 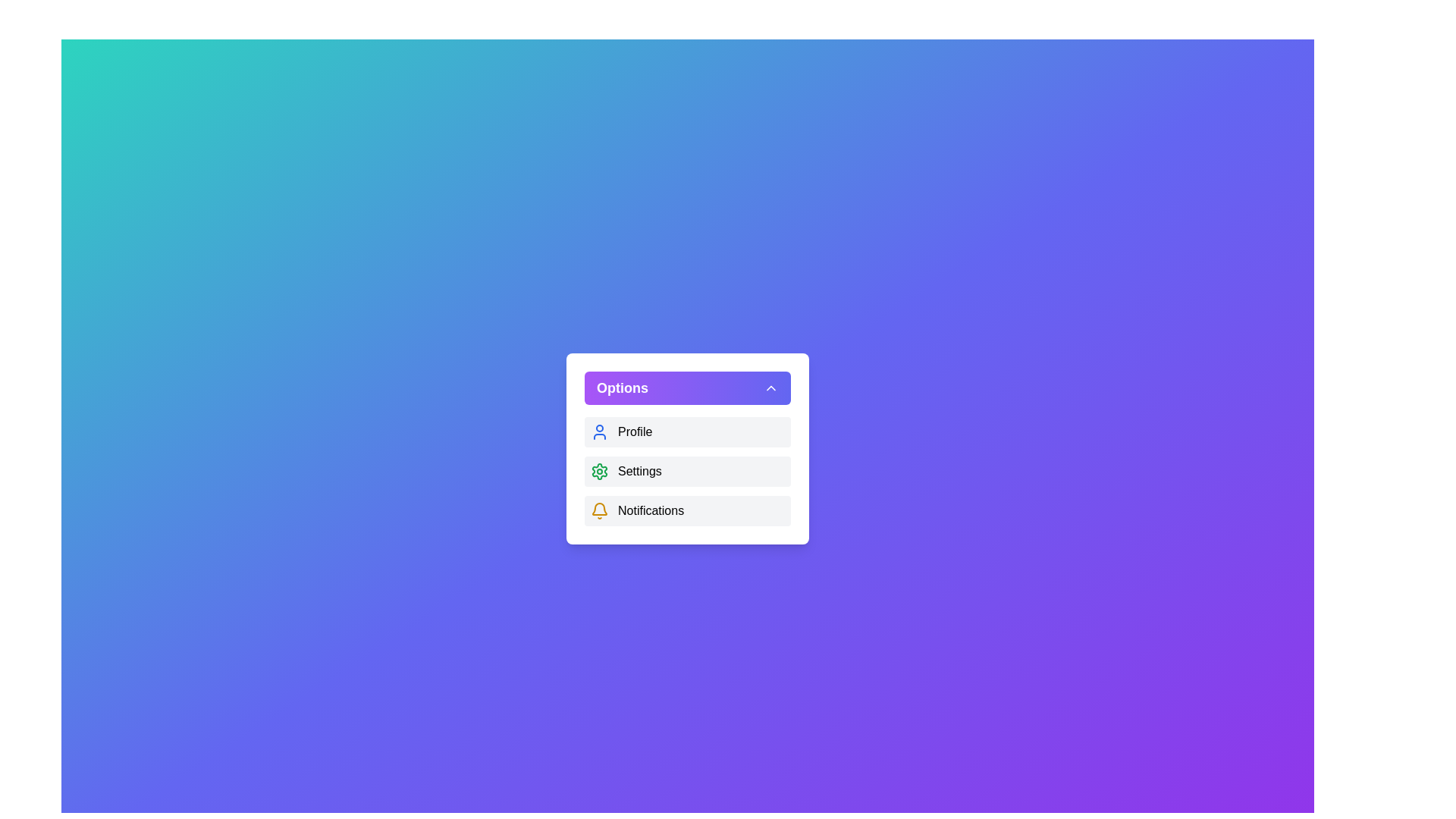 I want to click on the 'Profile' option in the menu, so click(x=687, y=432).